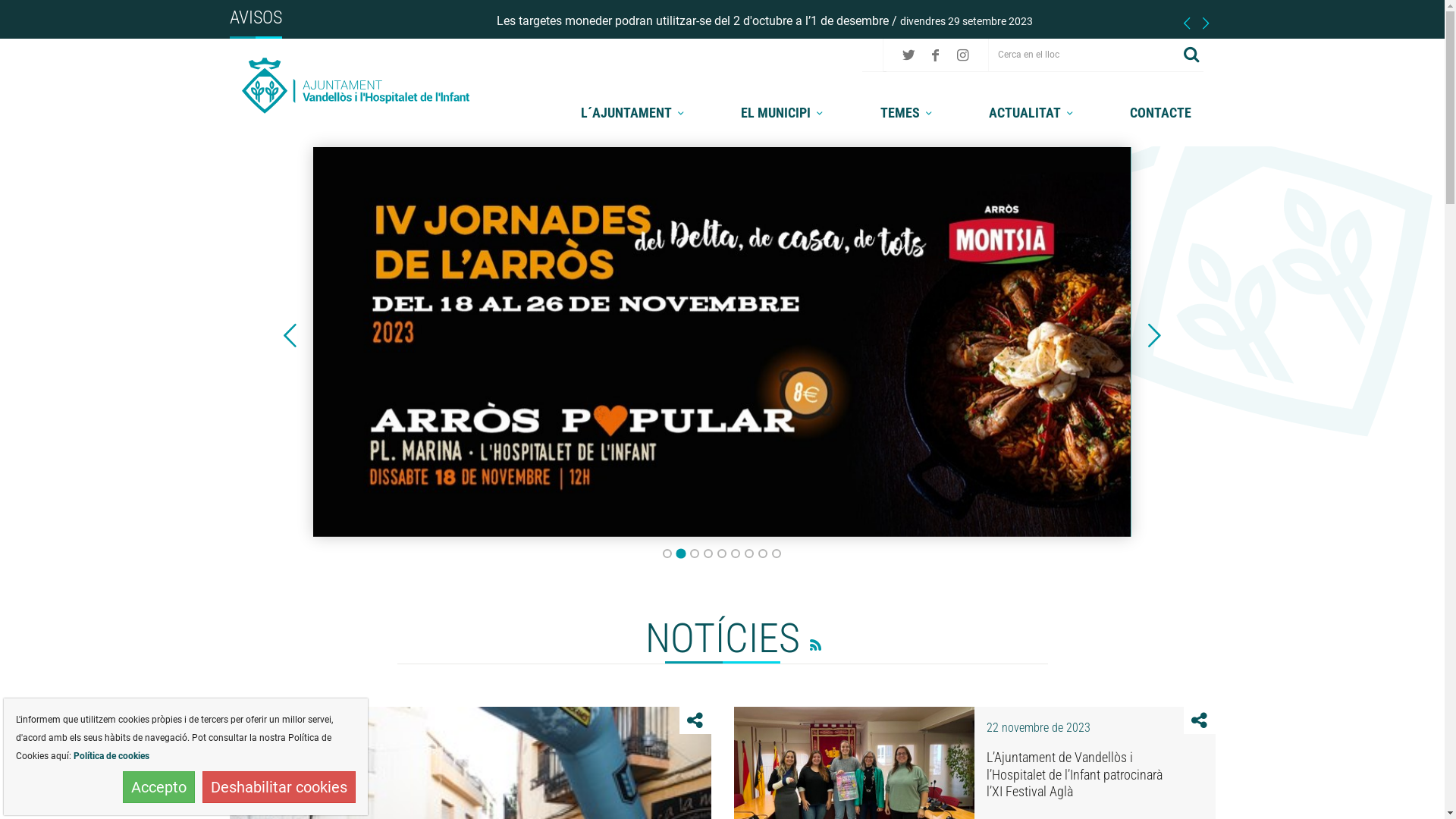 This screenshot has width=1456, height=819. What do you see at coordinates (783, 111) in the screenshot?
I see `'EL MUNICIPI'` at bounding box center [783, 111].